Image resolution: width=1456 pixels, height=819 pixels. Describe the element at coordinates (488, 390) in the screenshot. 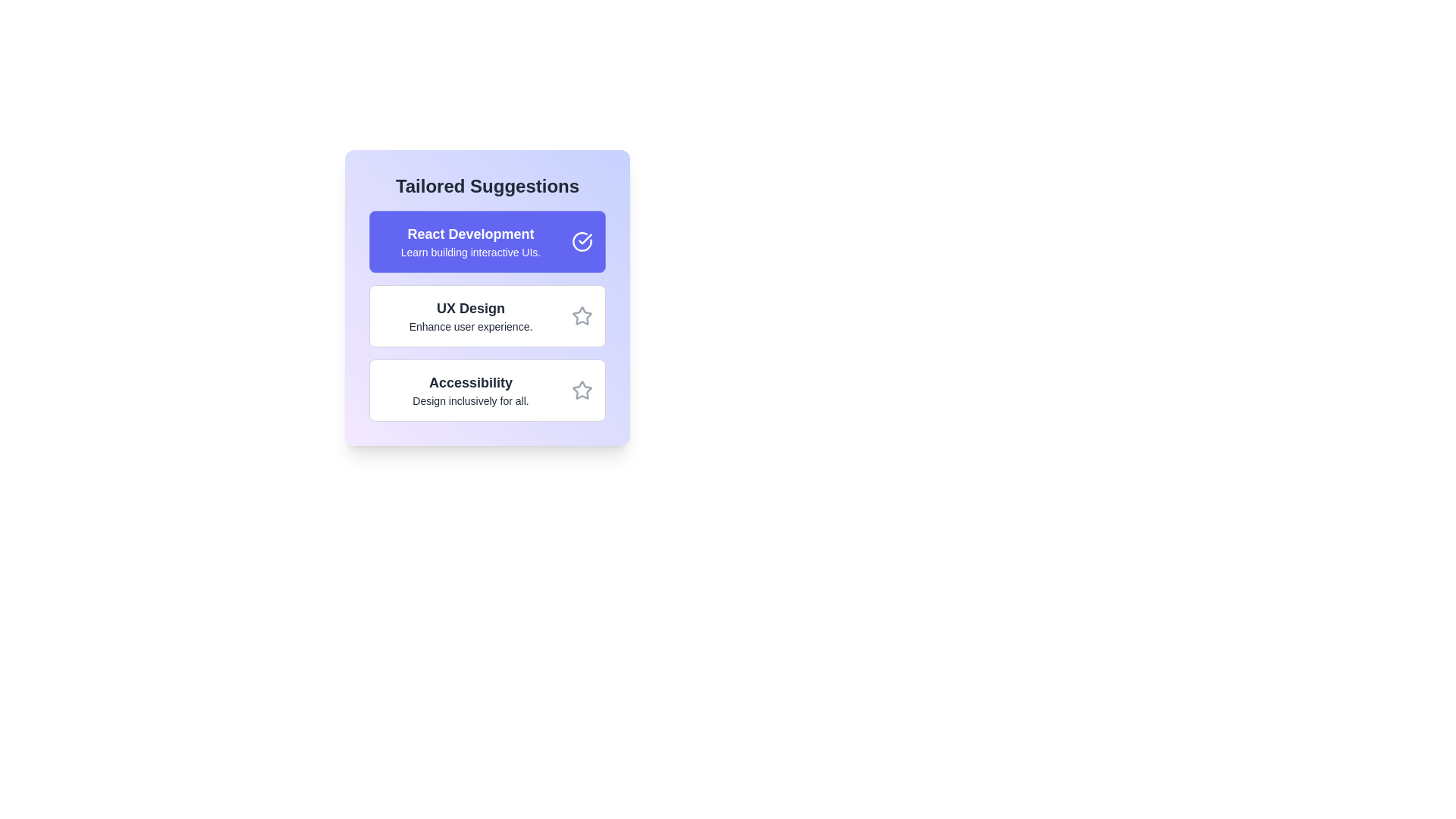

I see `the suggestion item Accessibility` at that location.